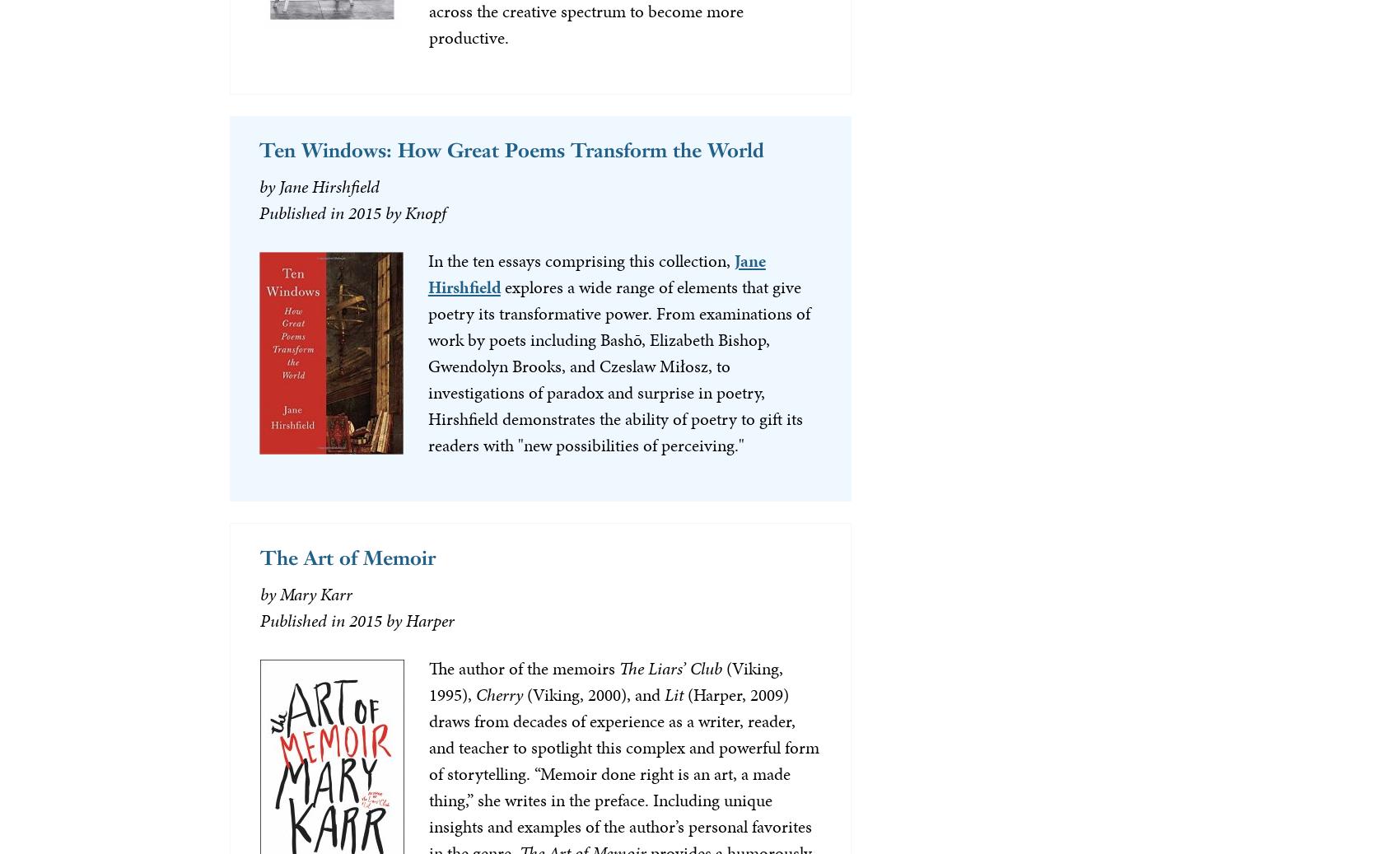 The image size is (1400, 854). Describe the element at coordinates (419, 619) in the screenshot. I see `'by Harper'` at that location.